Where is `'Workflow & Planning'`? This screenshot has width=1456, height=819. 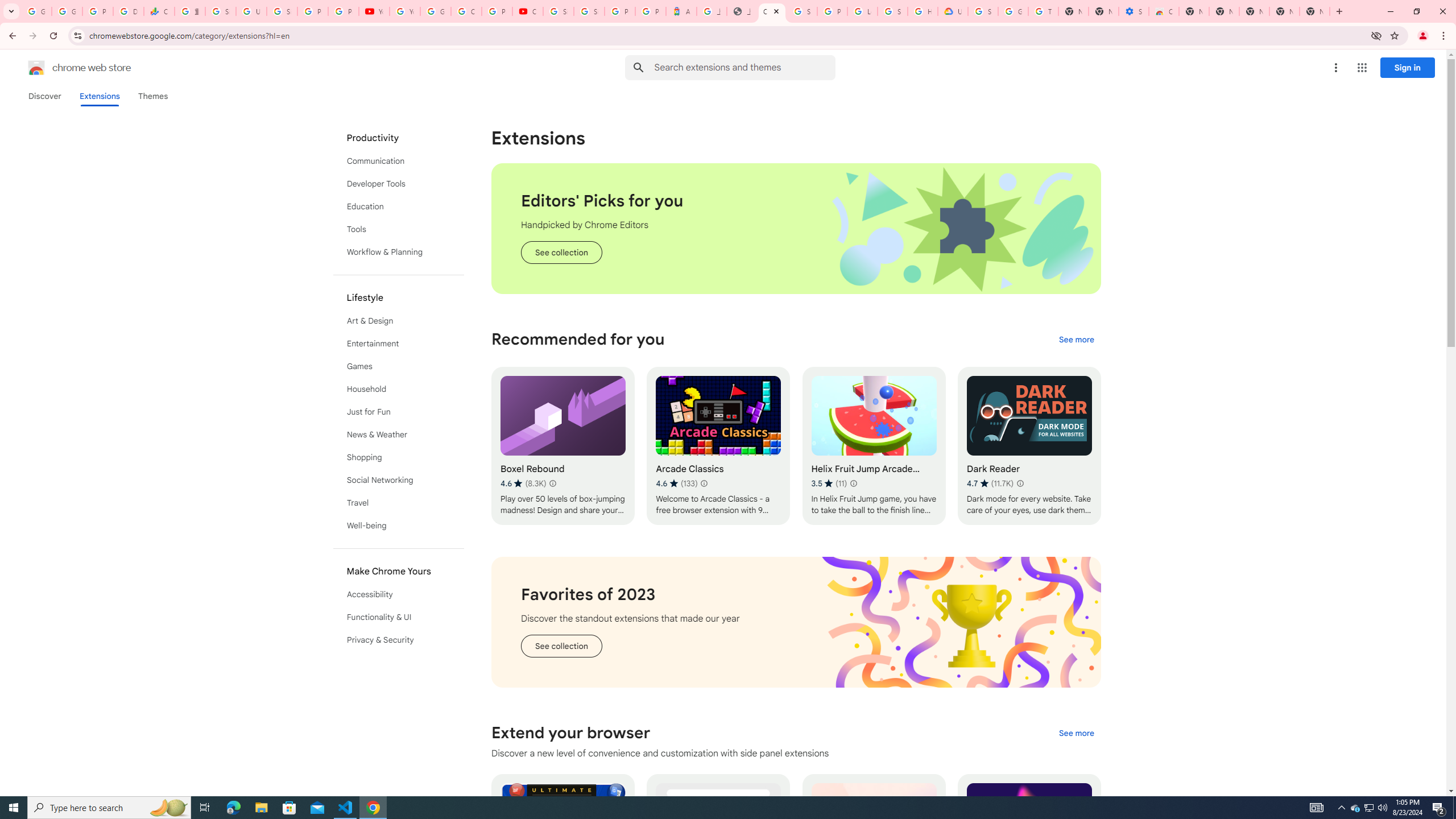 'Workflow & Planning' is located at coordinates (399, 252).